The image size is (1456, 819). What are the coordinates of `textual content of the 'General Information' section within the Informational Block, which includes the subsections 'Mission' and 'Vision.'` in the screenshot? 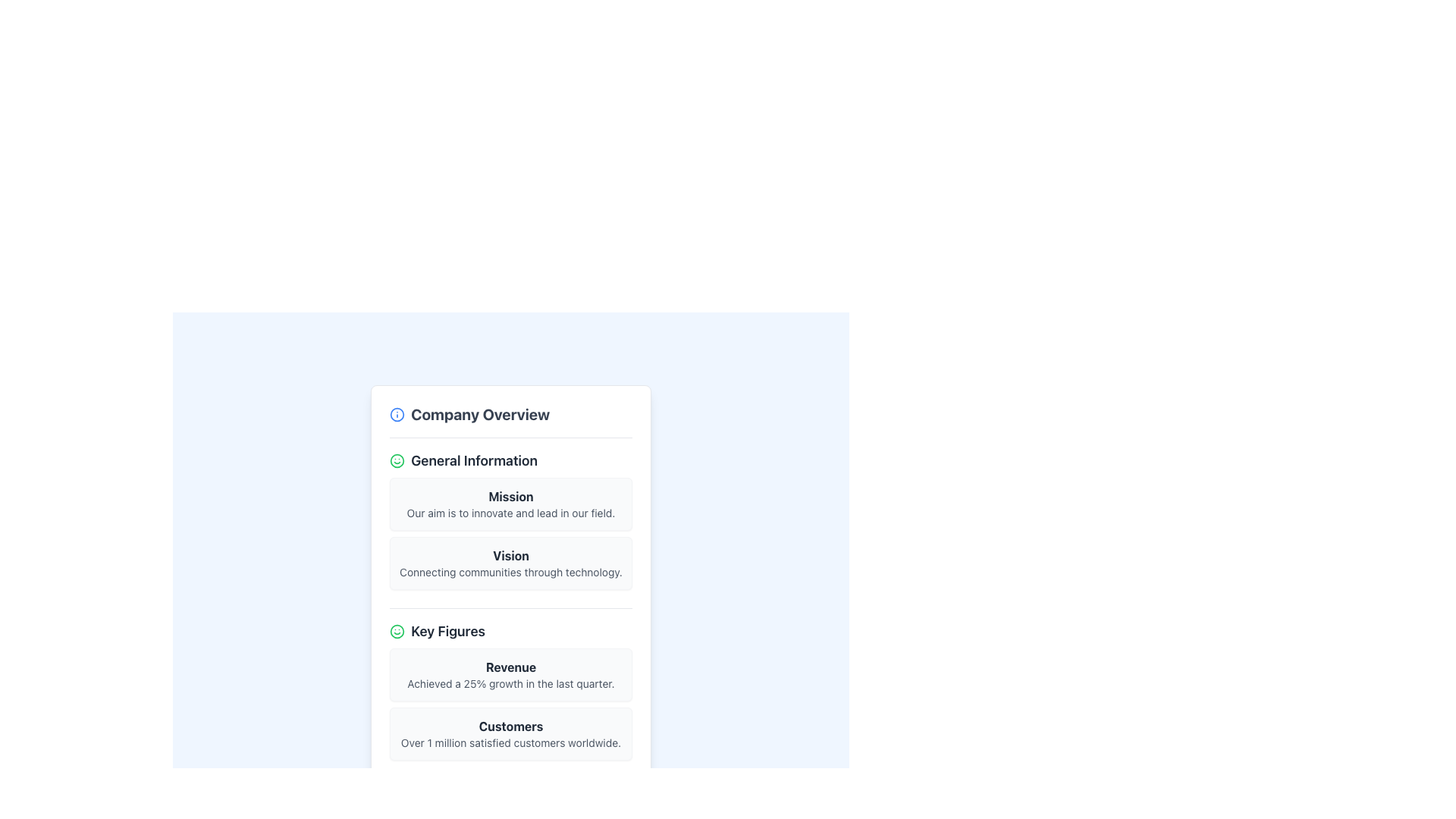 It's located at (510, 513).